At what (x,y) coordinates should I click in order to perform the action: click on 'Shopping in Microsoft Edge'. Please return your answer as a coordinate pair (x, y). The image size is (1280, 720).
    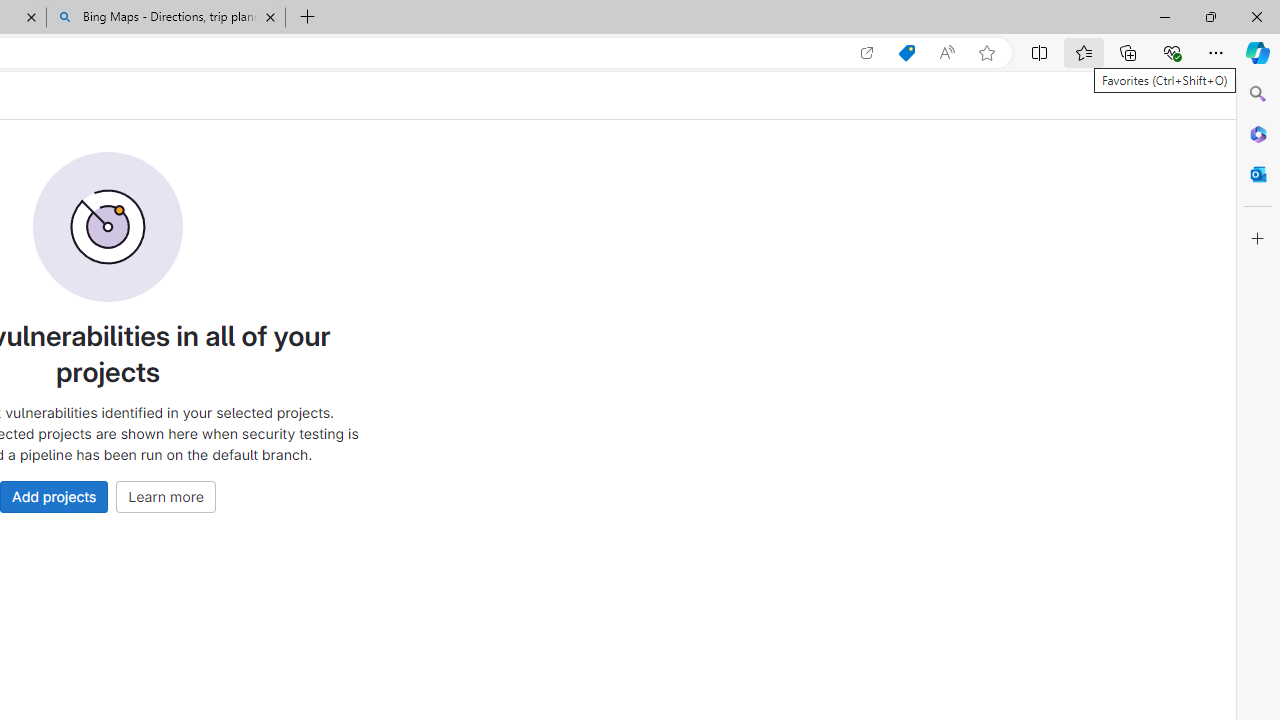
    Looking at the image, I should click on (905, 52).